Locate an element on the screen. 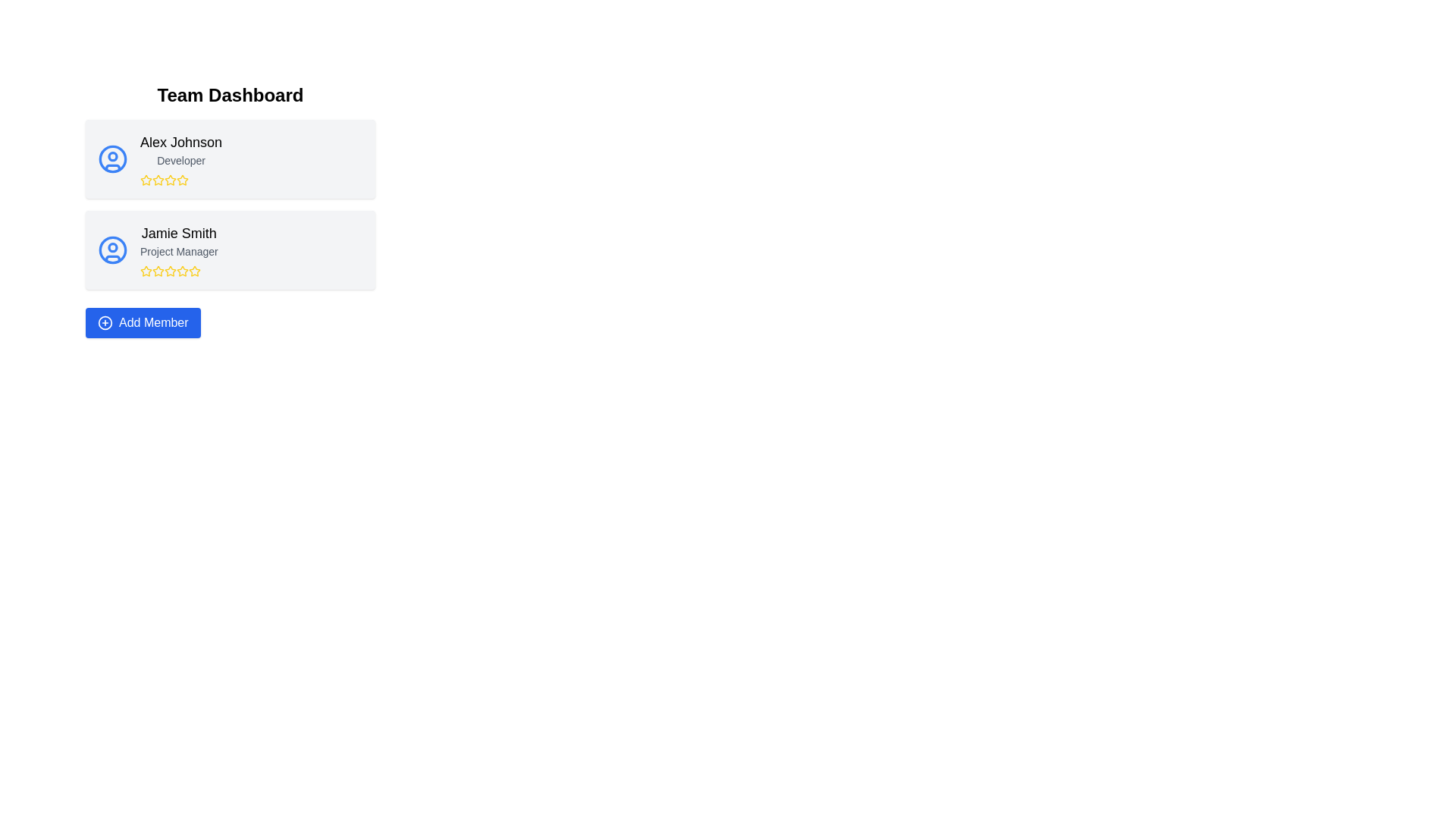 This screenshot has height=819, width=1456. the 'Team Dashboard' title text, which serves as a header for the content below is located at coordinates (229, 96).